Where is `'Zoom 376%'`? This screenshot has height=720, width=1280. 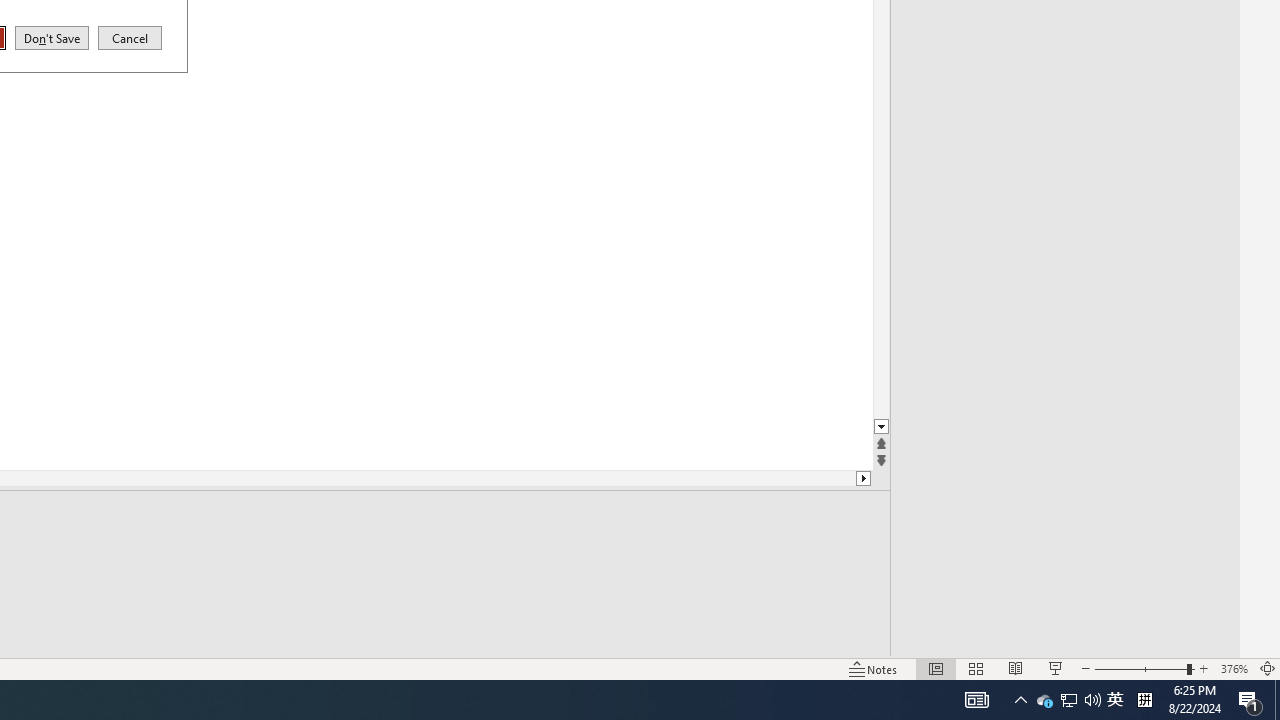
'Zoom 376%' is located at coordinates (1233, 669).